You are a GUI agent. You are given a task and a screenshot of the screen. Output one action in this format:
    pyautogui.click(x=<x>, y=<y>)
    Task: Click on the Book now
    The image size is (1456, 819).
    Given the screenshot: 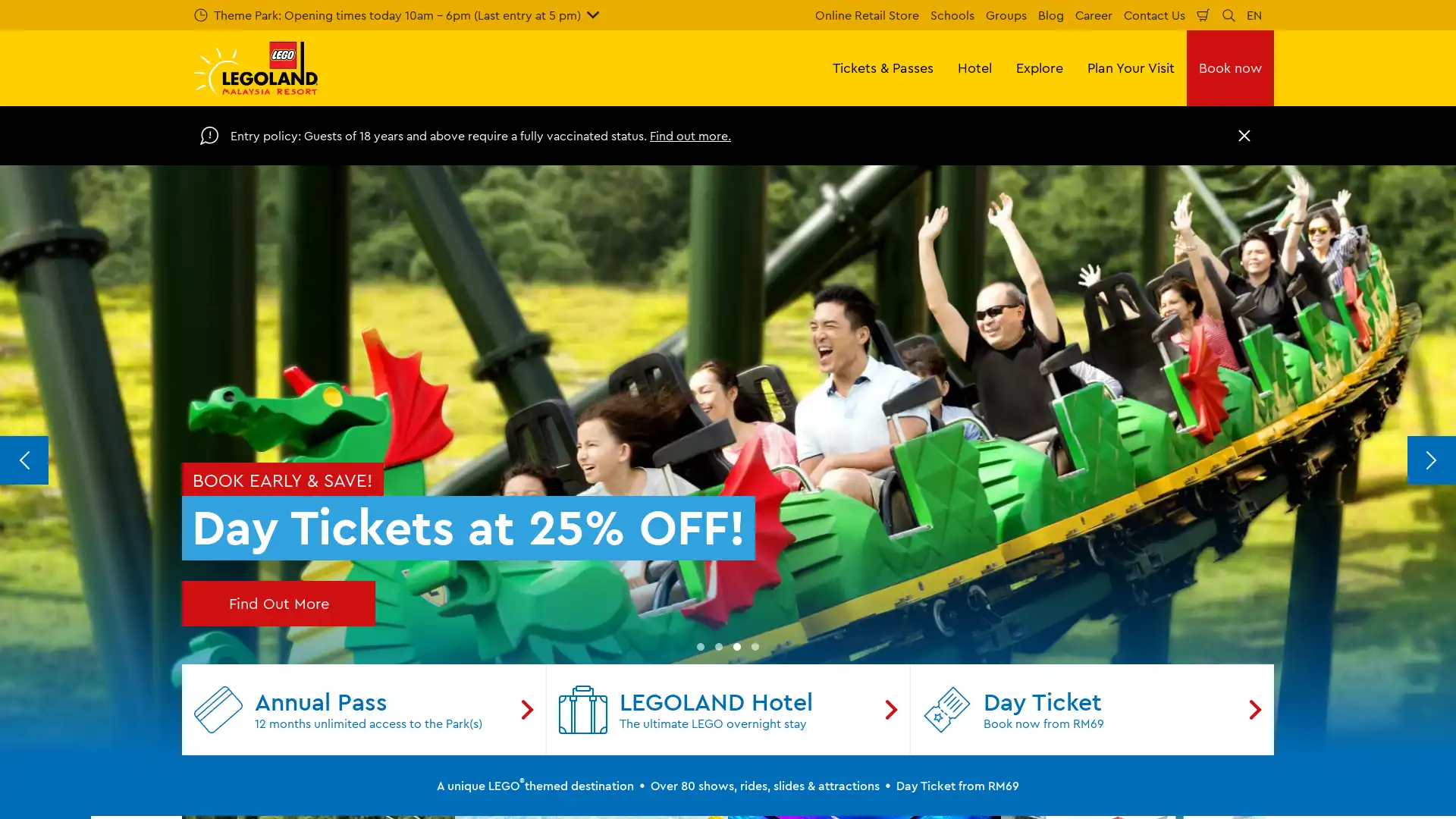 What is the action you would take?
    pyautogui.click(x=1230, y=67)
    